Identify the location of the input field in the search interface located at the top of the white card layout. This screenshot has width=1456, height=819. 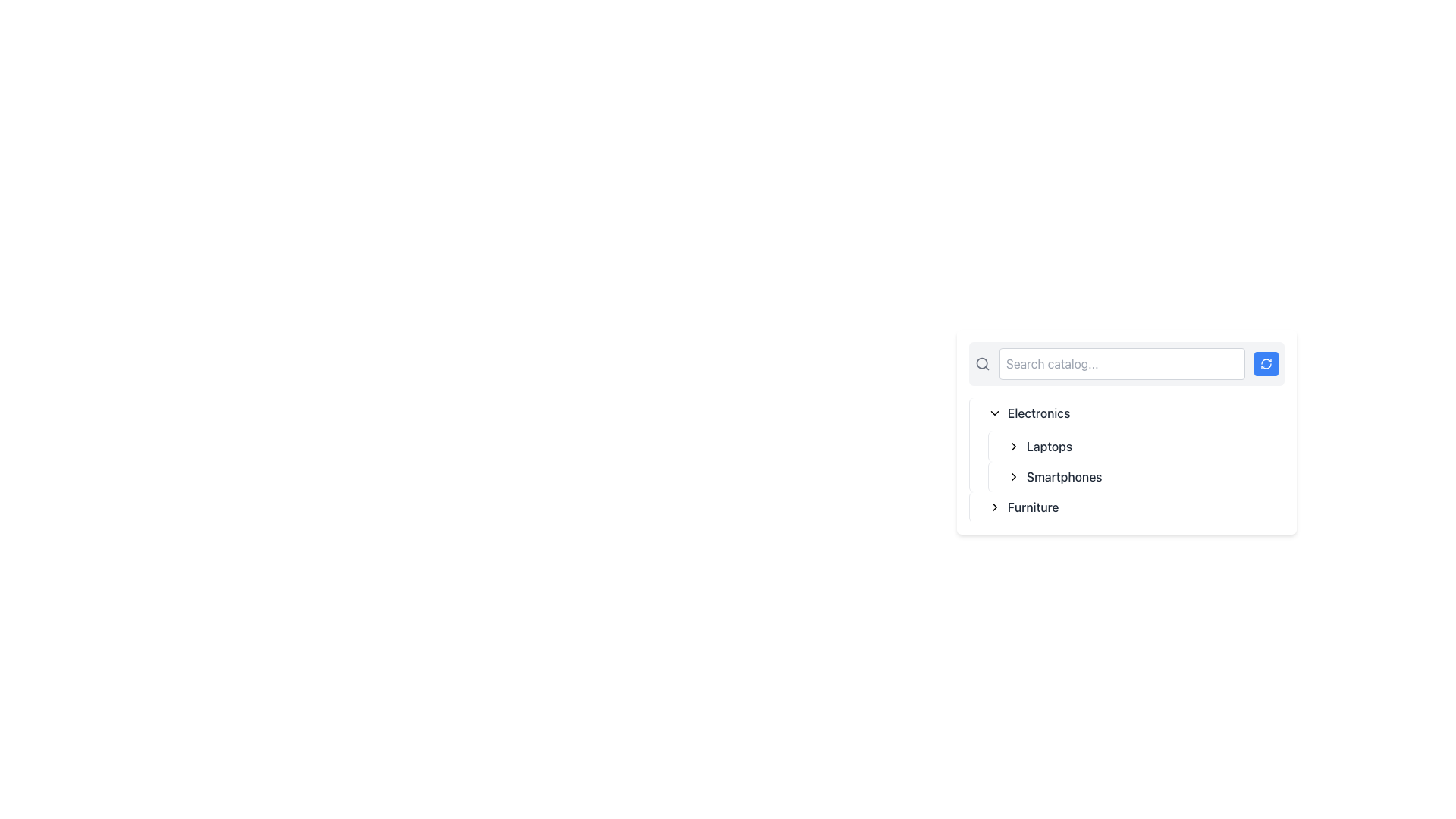
(1127, 363).